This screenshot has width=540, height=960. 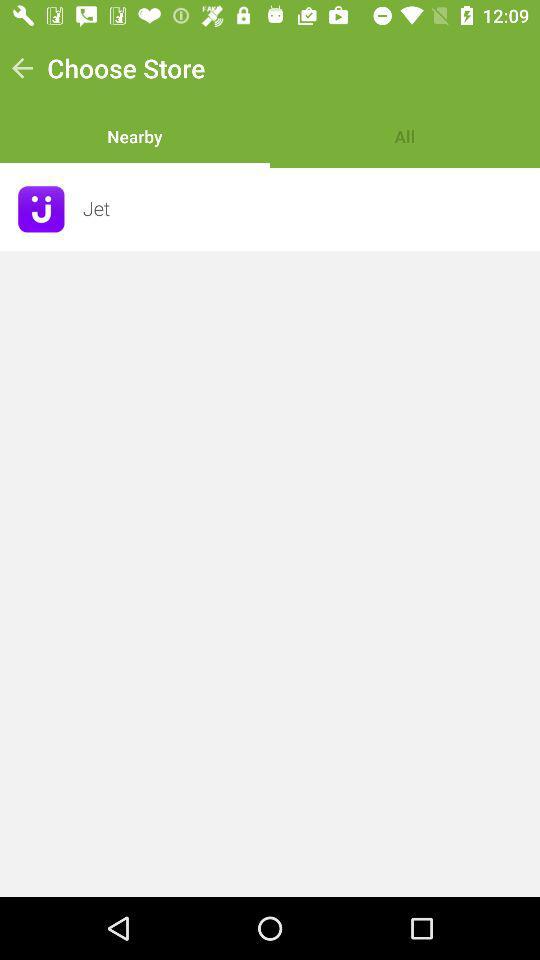 I want to click on item next to choose store icon, so click(x=21, y=68).